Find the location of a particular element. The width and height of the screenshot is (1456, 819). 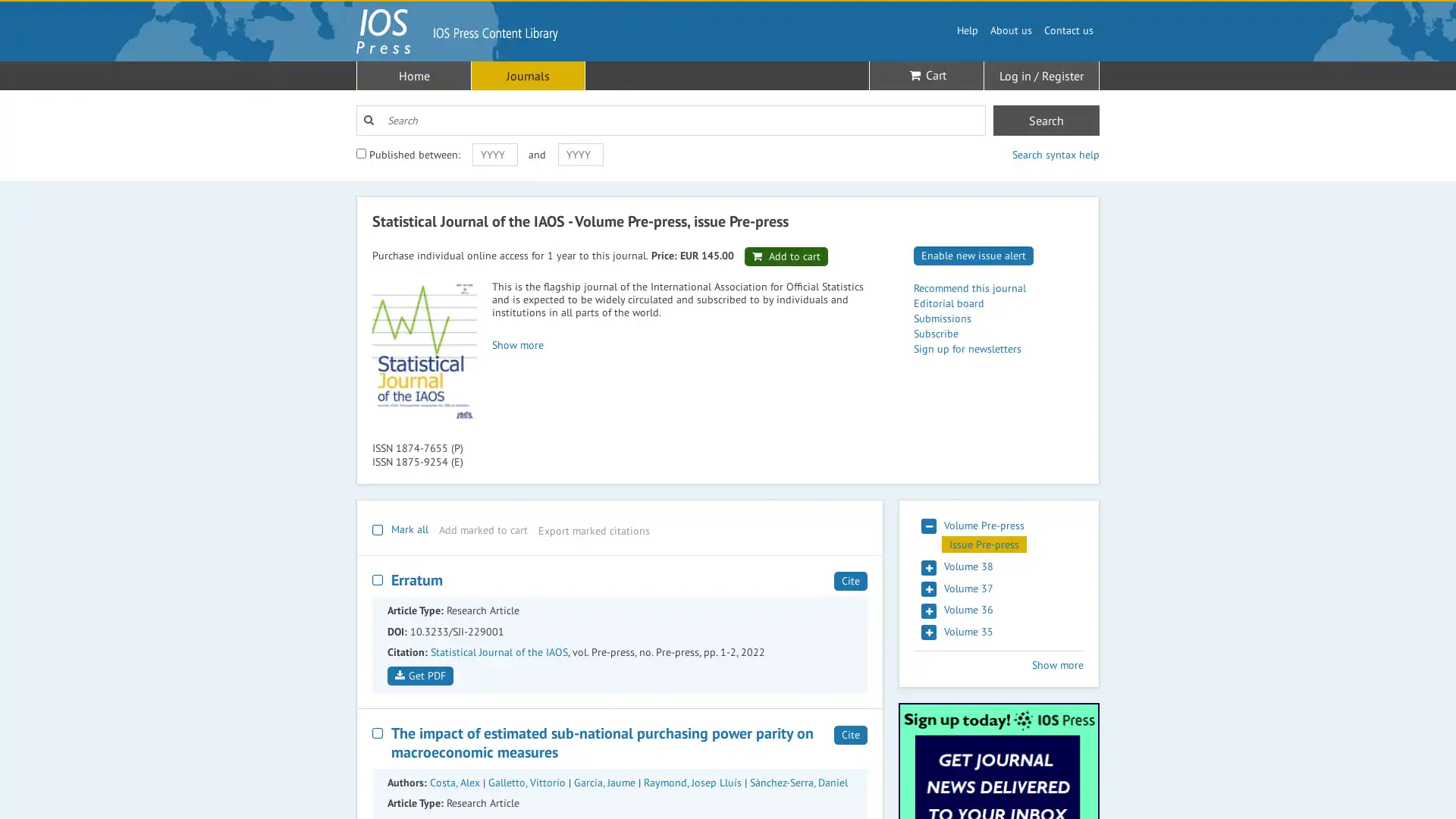

Show more is located at coordinates (517, 345).